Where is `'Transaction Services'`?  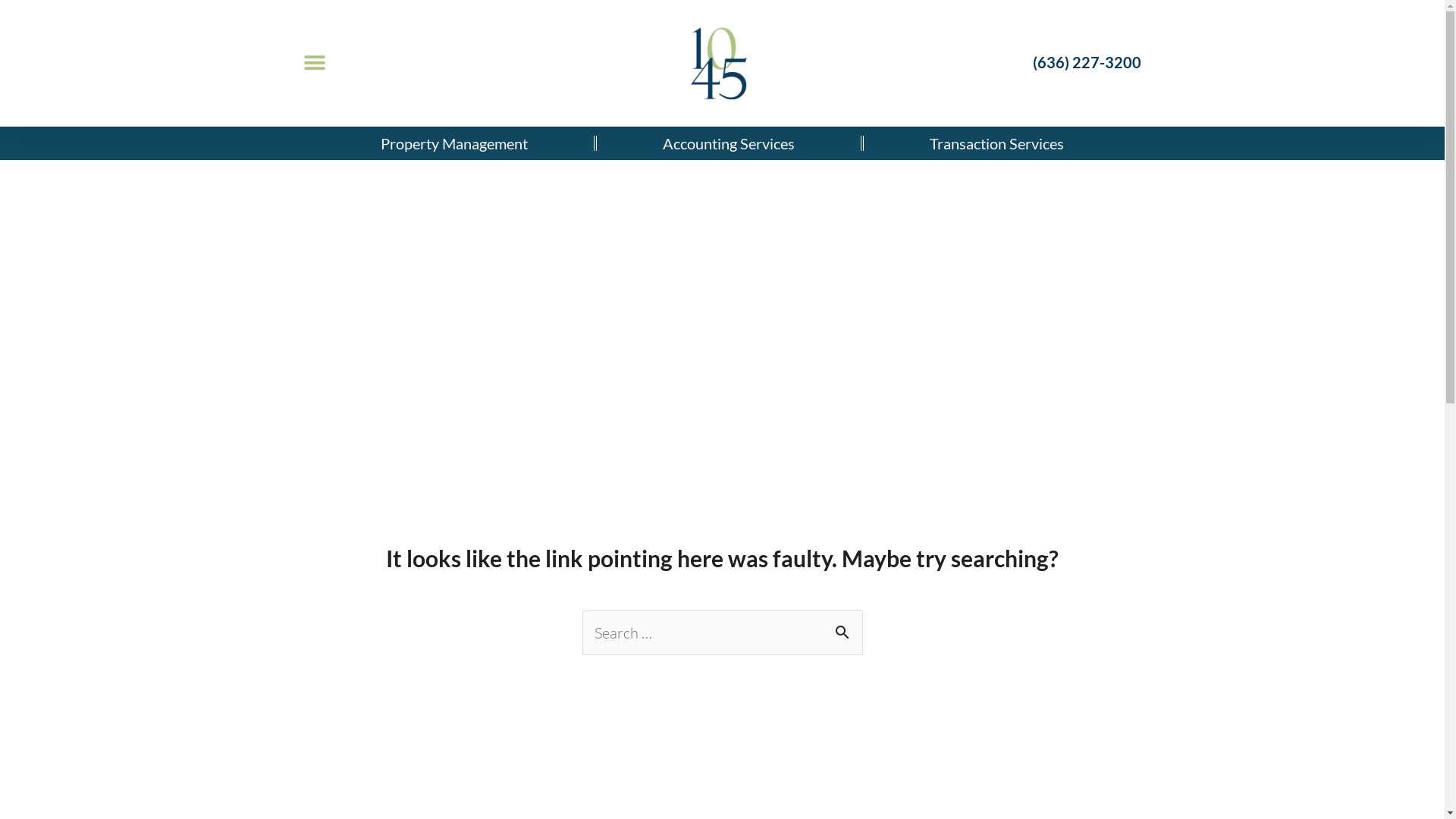
'Transaction Services' is located at coordinates (996, 143).